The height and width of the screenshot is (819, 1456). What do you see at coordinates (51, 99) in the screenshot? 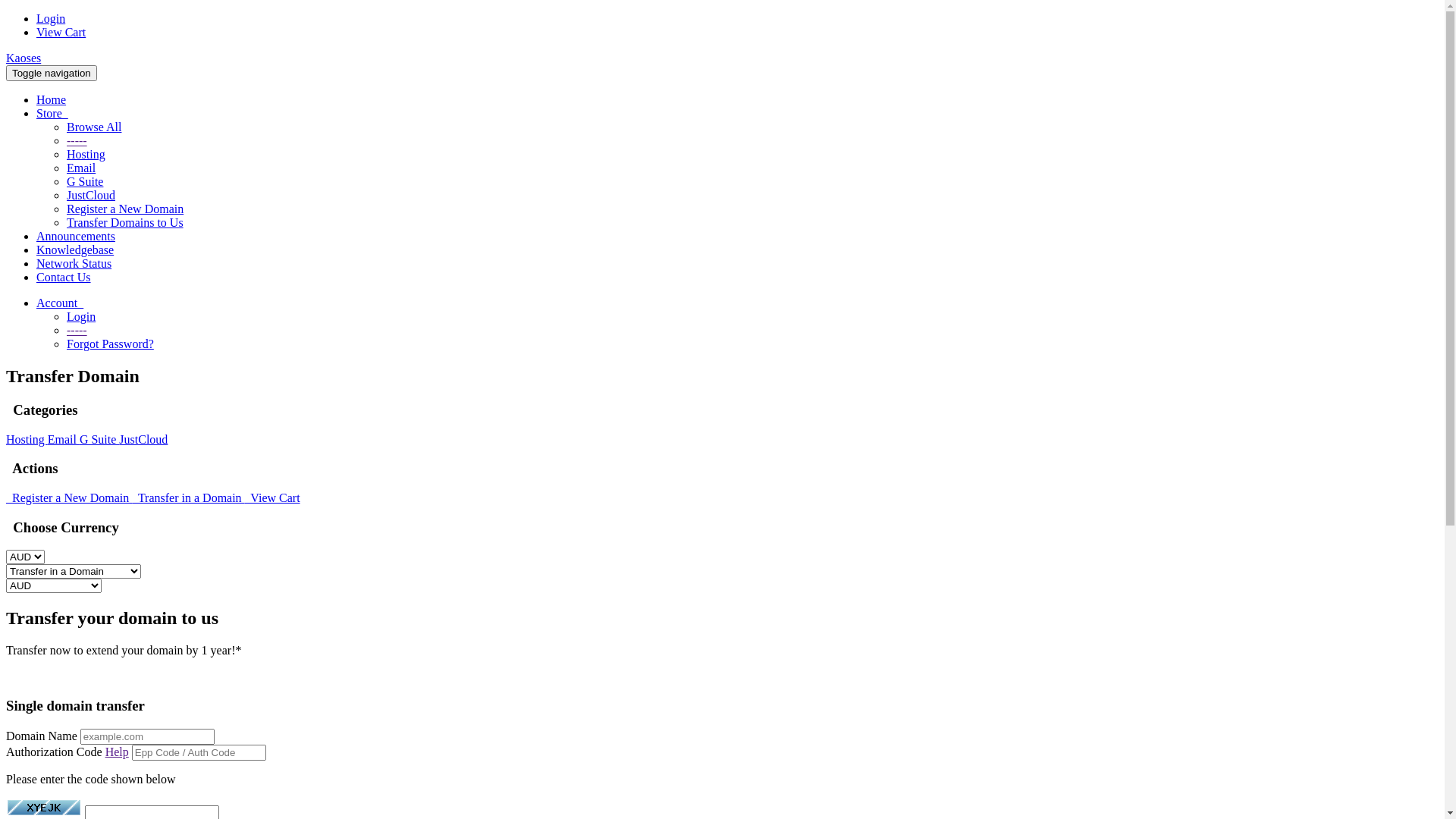
I see `'Home'` at bounding box center [51, 99].